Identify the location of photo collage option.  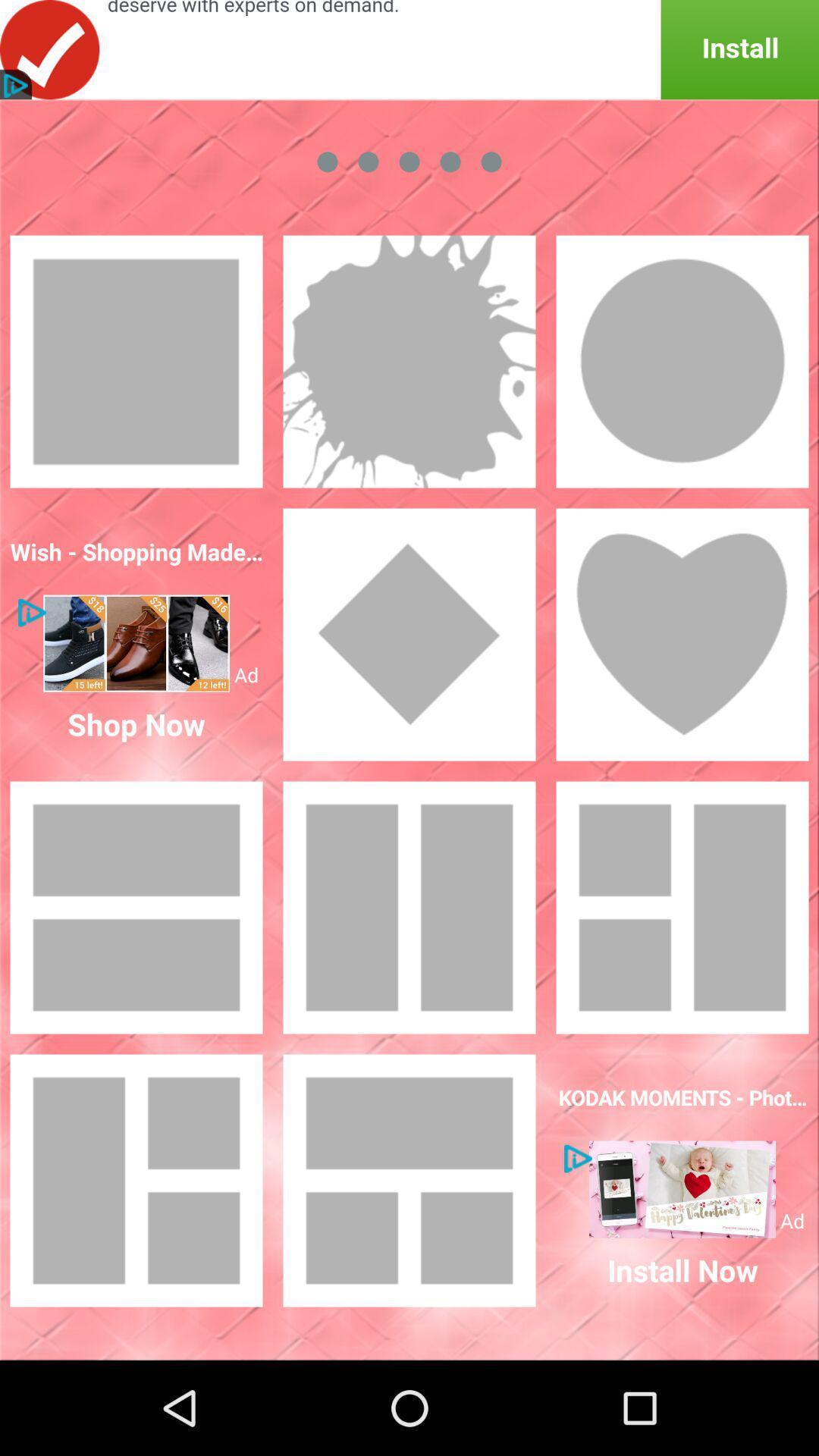
(409, 1179).